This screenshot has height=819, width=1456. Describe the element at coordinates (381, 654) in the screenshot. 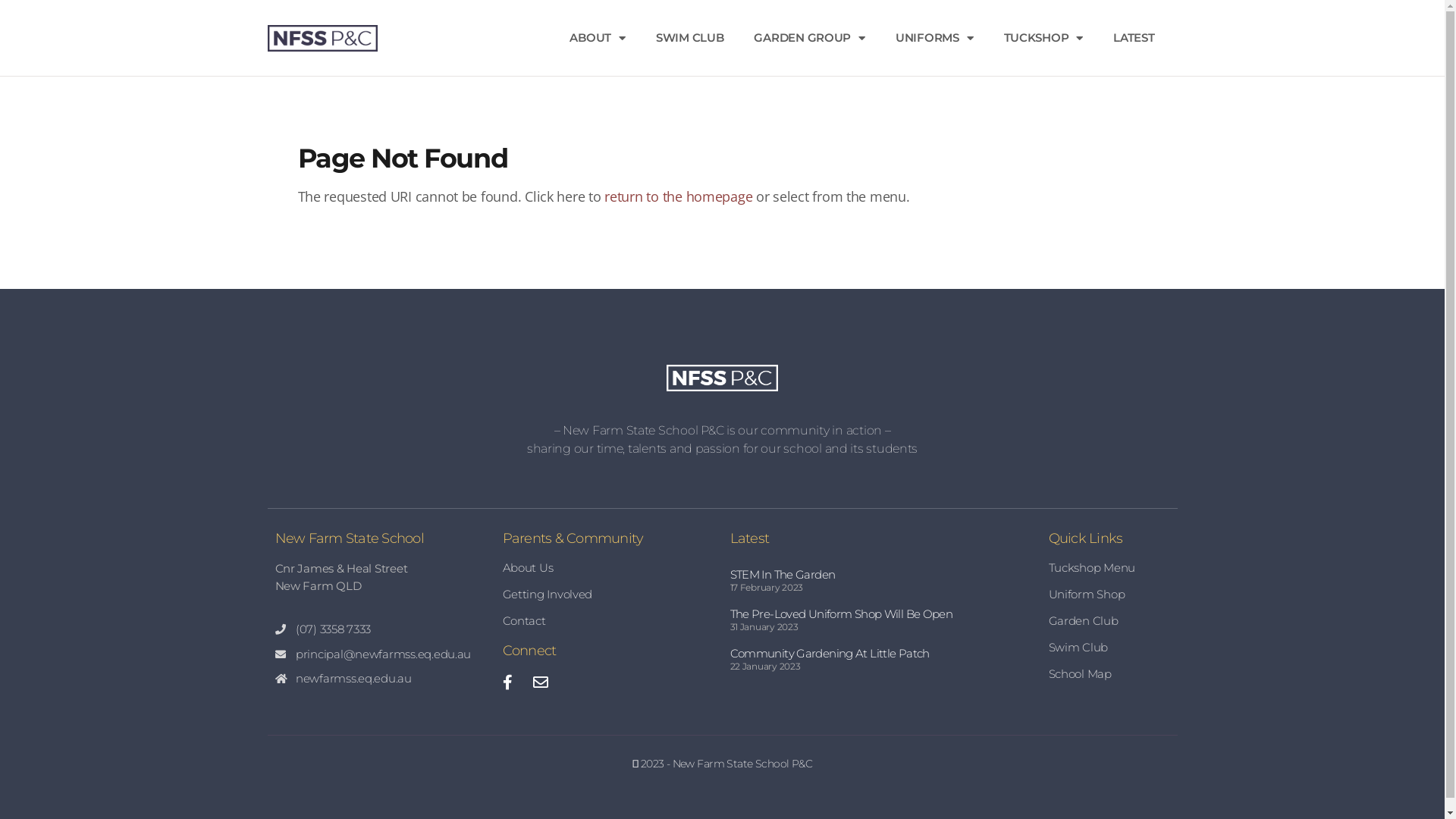

I see `'principal@newfarmss.eq.edu.au'` at that location.